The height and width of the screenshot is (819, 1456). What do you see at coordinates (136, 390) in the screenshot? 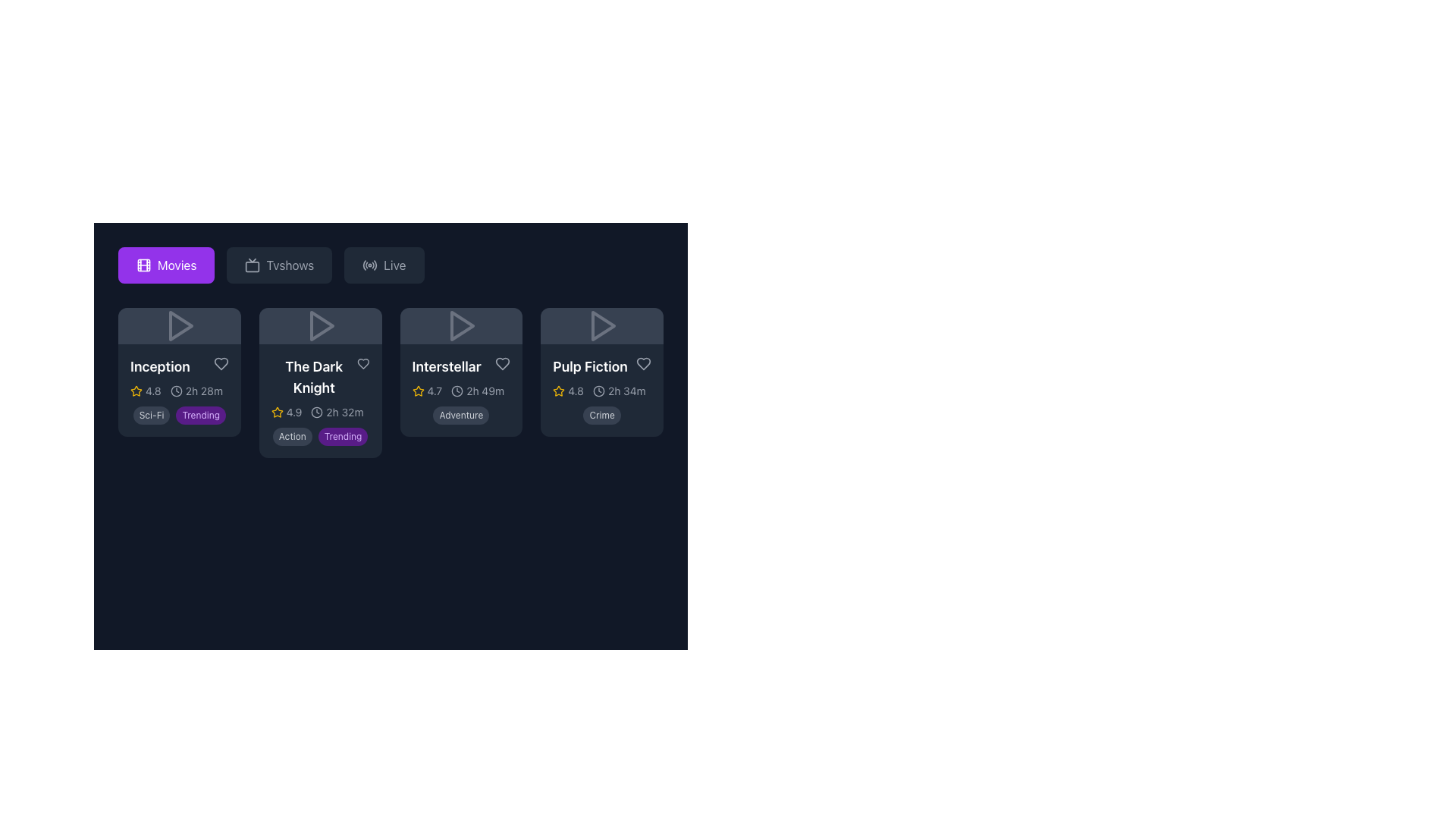
I see `the rating star icon located below the title 'The Dark Knight' in the movie card, which visually represents the rating score for the film` at bounding box center [136, 390].